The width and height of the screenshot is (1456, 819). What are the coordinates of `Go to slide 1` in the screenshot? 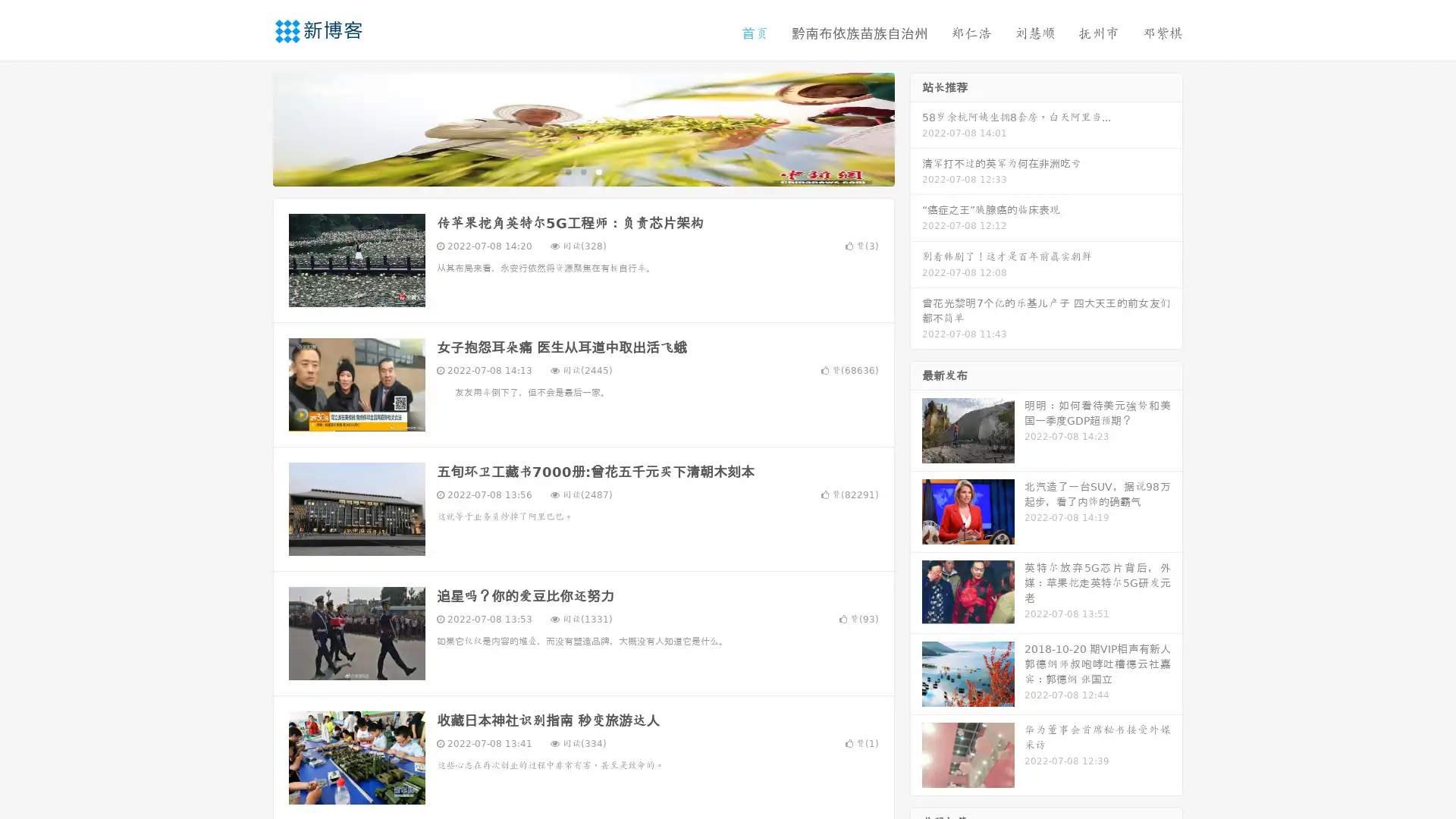 It's located at (567, 171).